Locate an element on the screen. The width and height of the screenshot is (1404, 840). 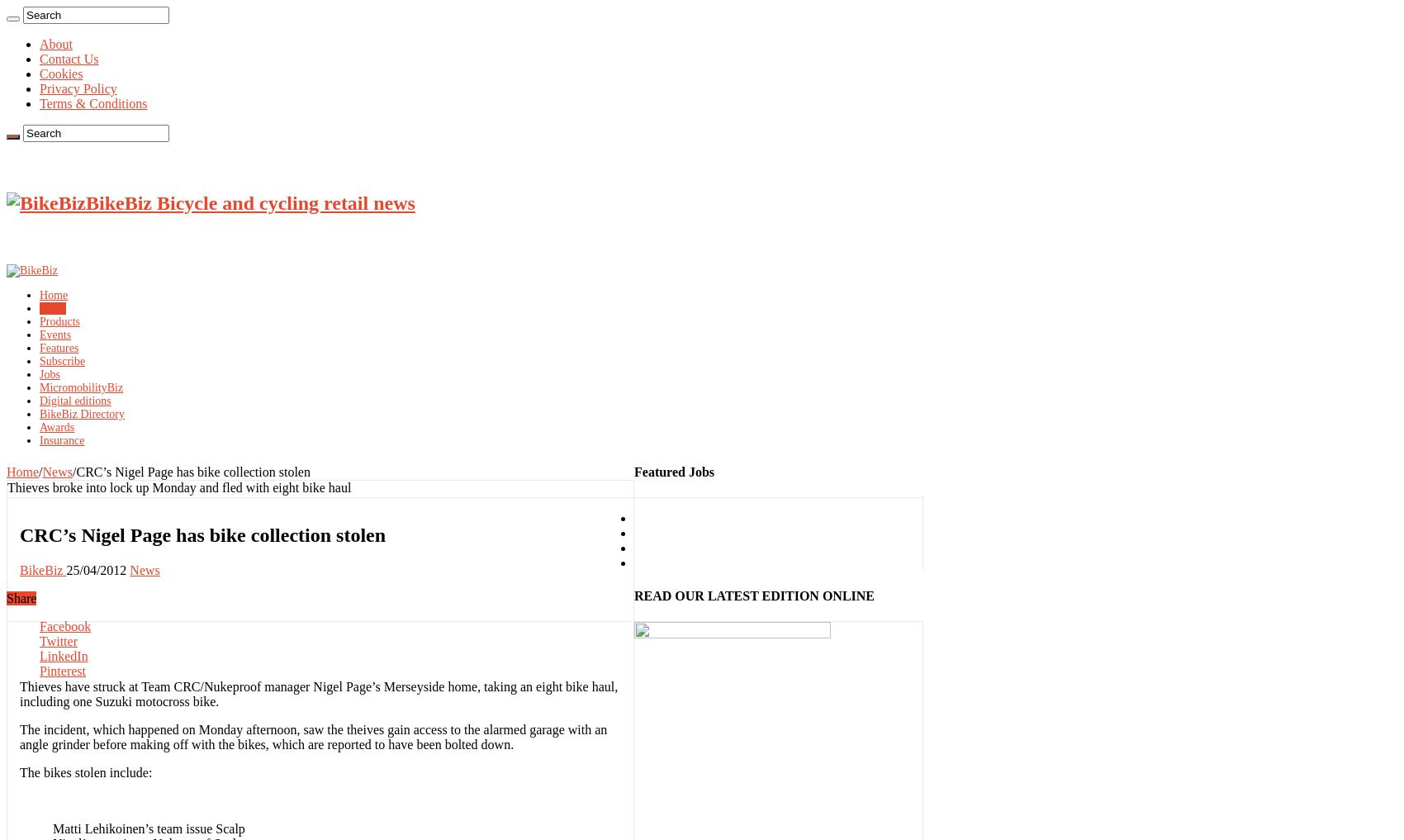
'Subscribe' is located at coordinates (62, 360).